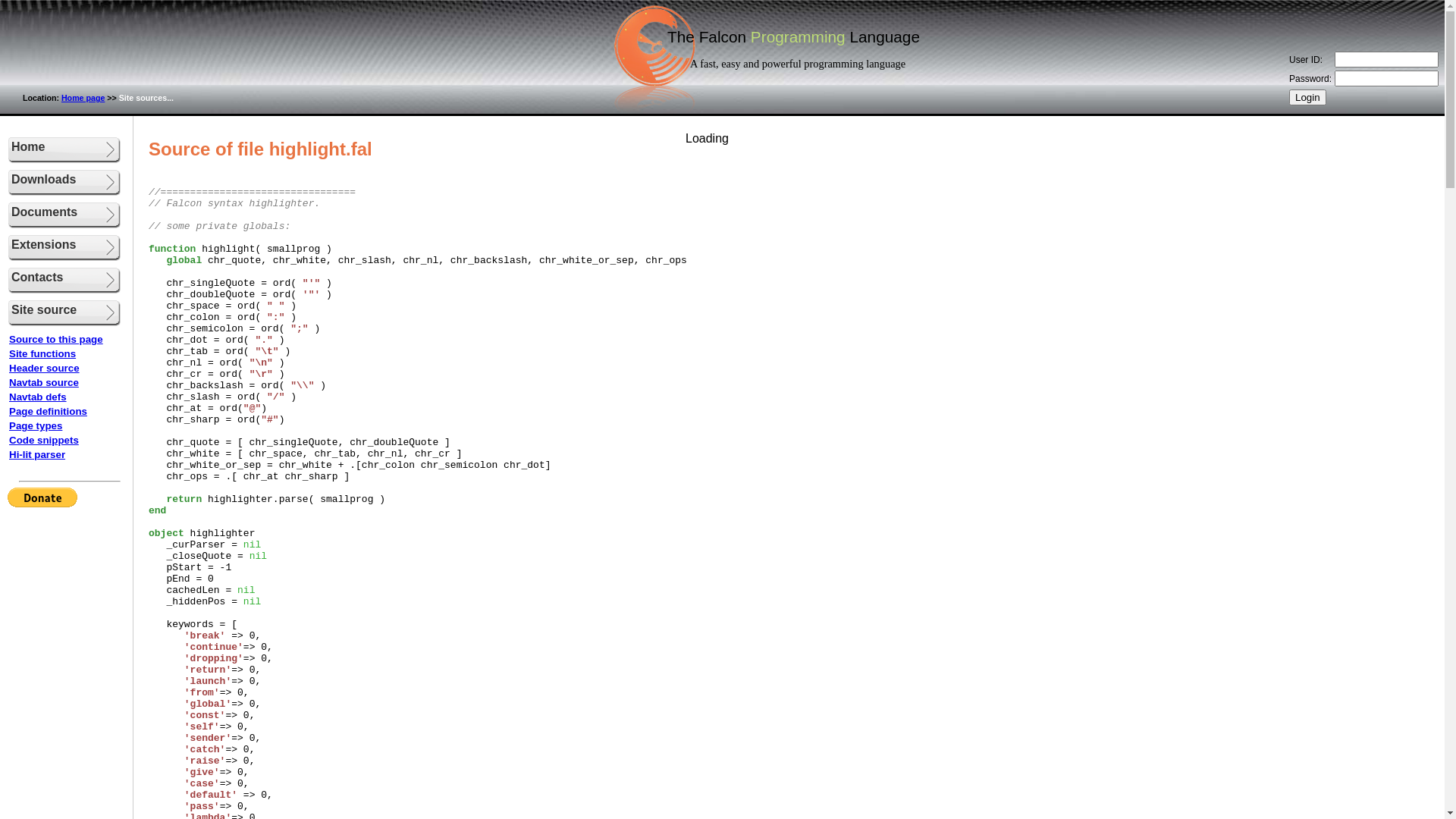 Image resolution: width=1456 pixels, height=819 pixels. I want to click on 'Header source', so click(44, 368).